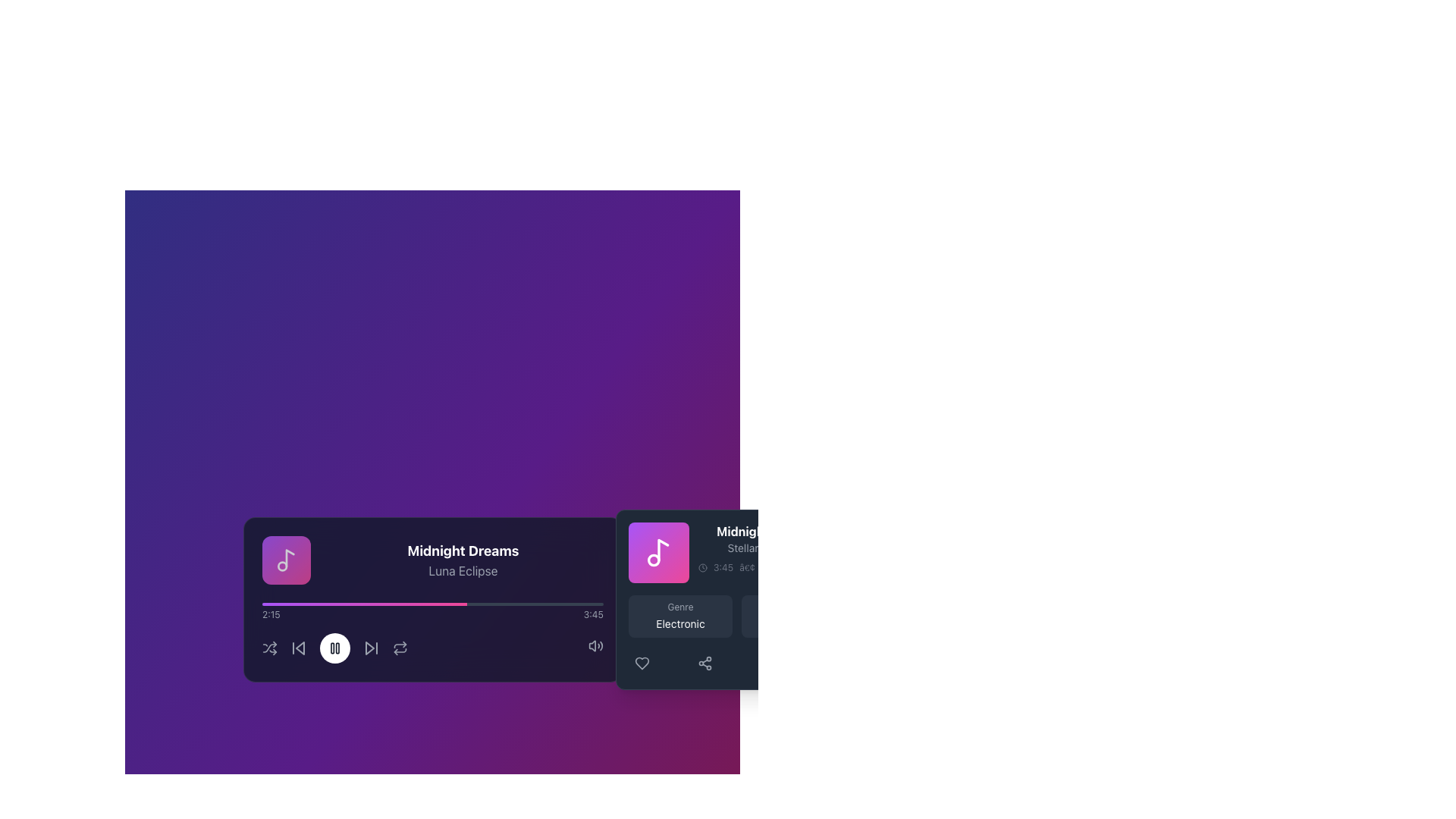 This screenshot has width=1456, height=819. Describe the element at coordinates (269, 648) in the screenshot. I see `the shuffle button located in the bottom control strip of the media player, which is the third control from the left` at that location.